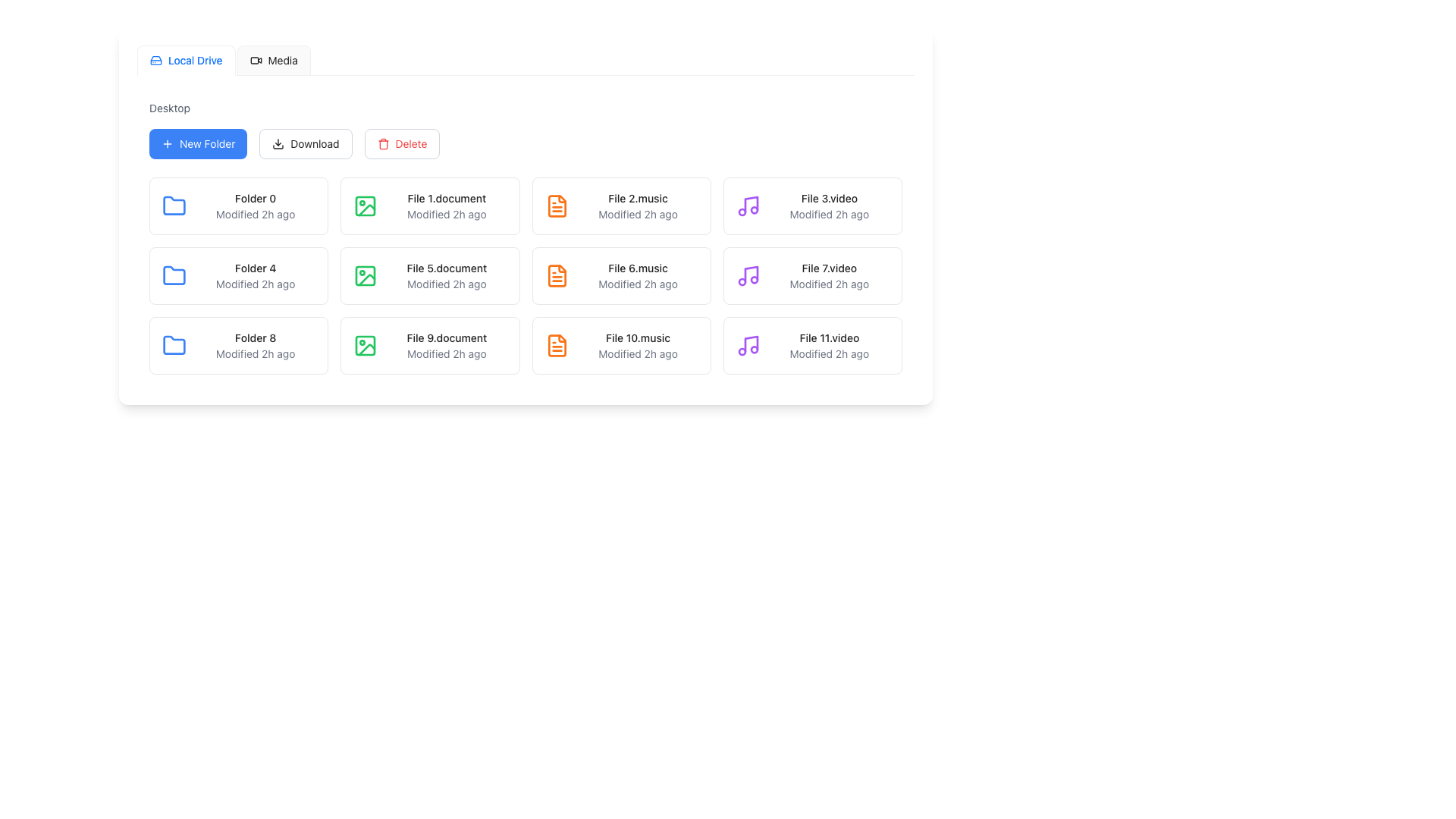 Image resolution: width=1456 pixels, height=819 pixels. What do you see at coordinates (366, 345) in the screenshot?
I see `the file type icon located to the left of the 'File 9.document' title` at bounding box center [366, 345].